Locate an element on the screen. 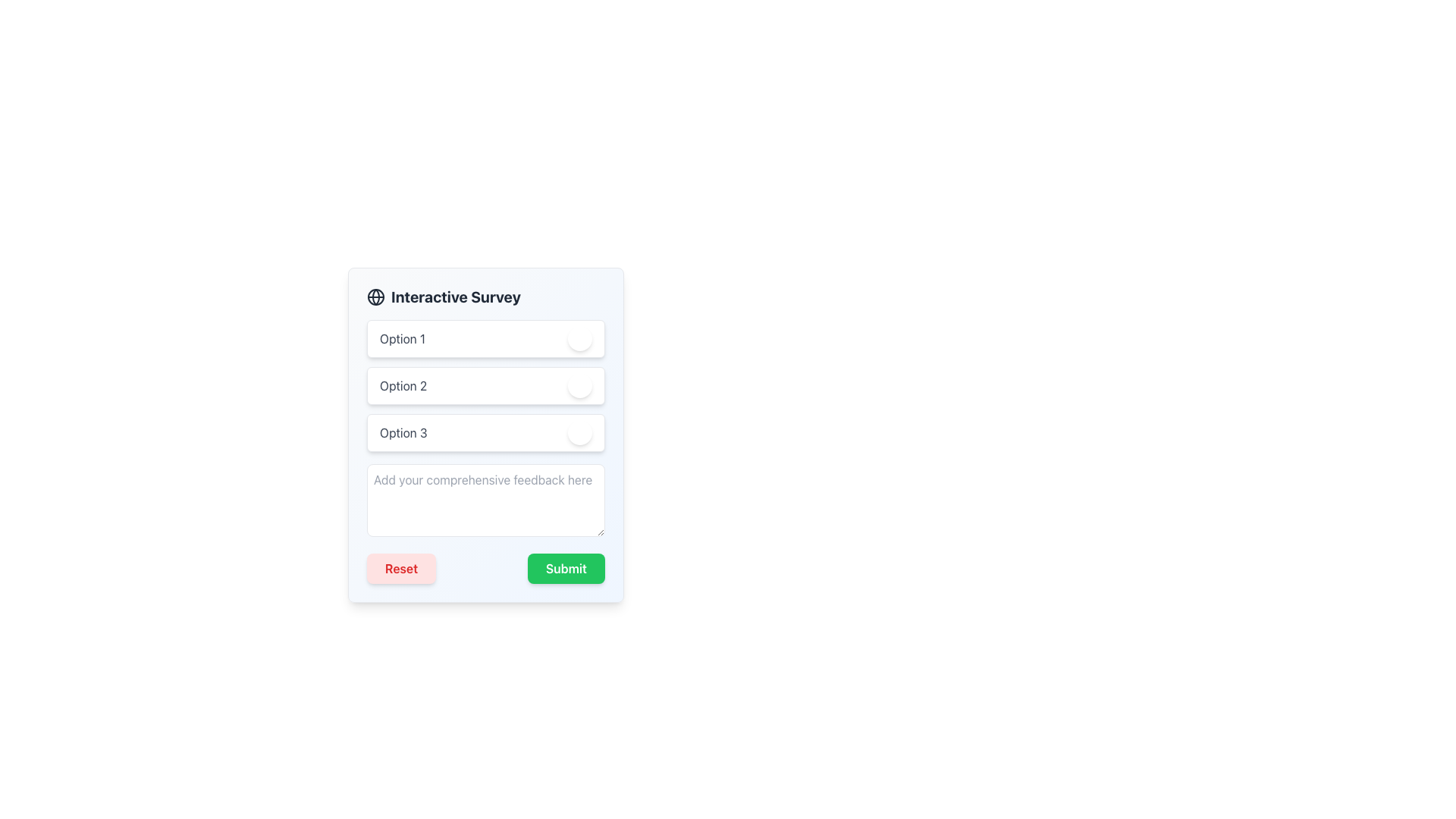  the reset button located at the bottom-left of the form interface is located at coordinates (401, 568).